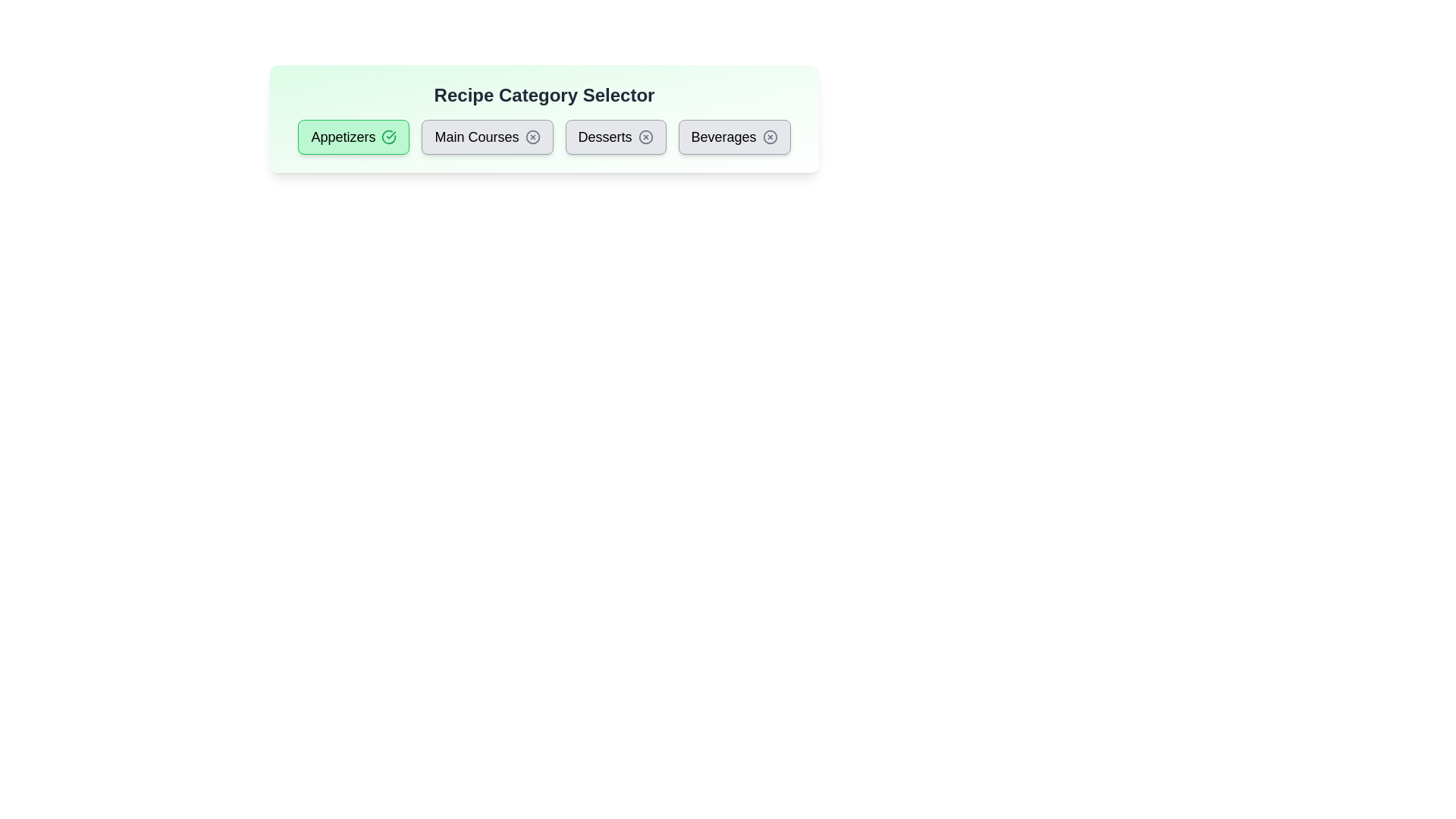  I want to click on the category button labeled Appetizers, so click(353, 137).